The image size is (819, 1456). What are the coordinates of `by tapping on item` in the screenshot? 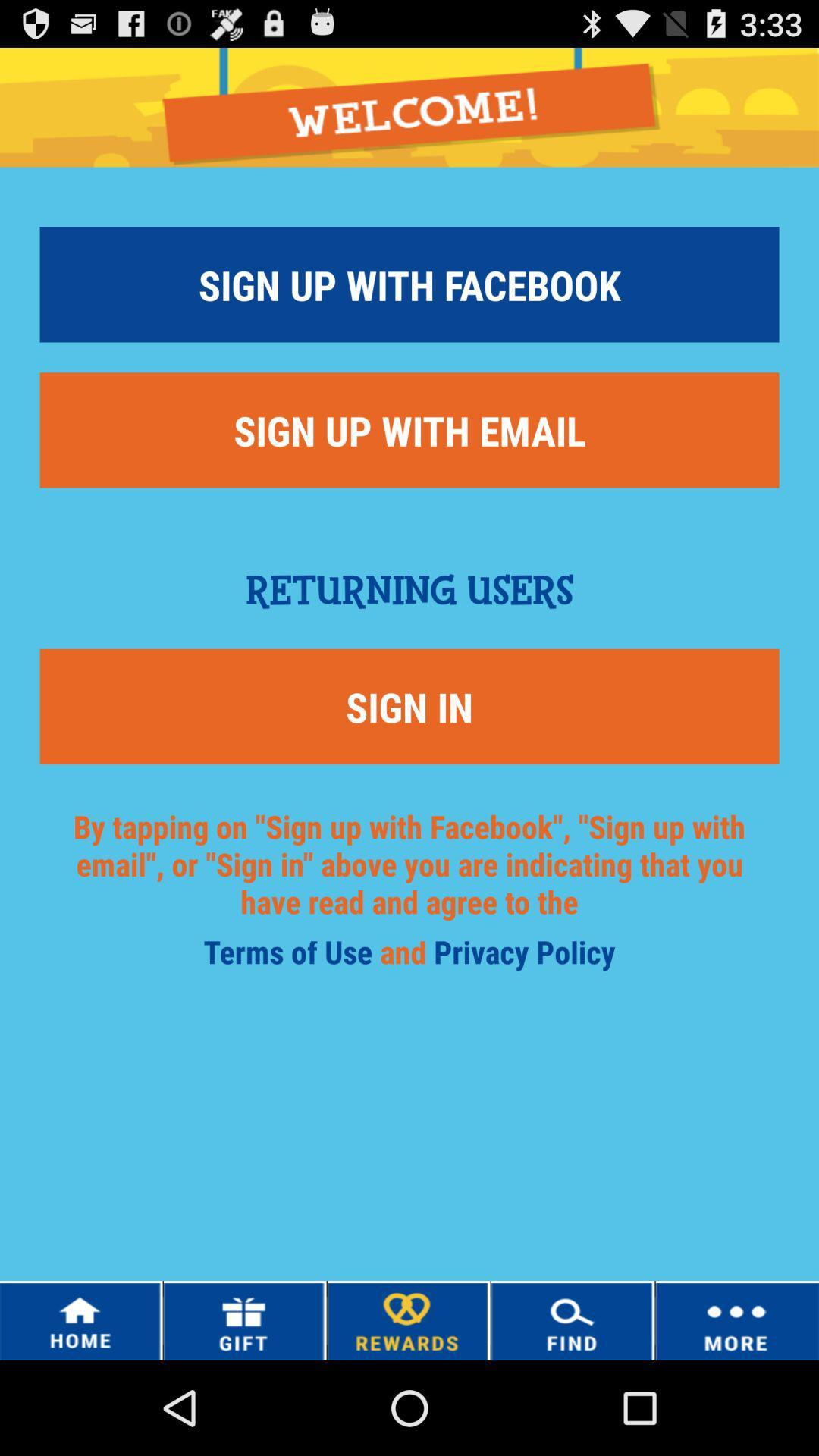 It's located at (409, 882).